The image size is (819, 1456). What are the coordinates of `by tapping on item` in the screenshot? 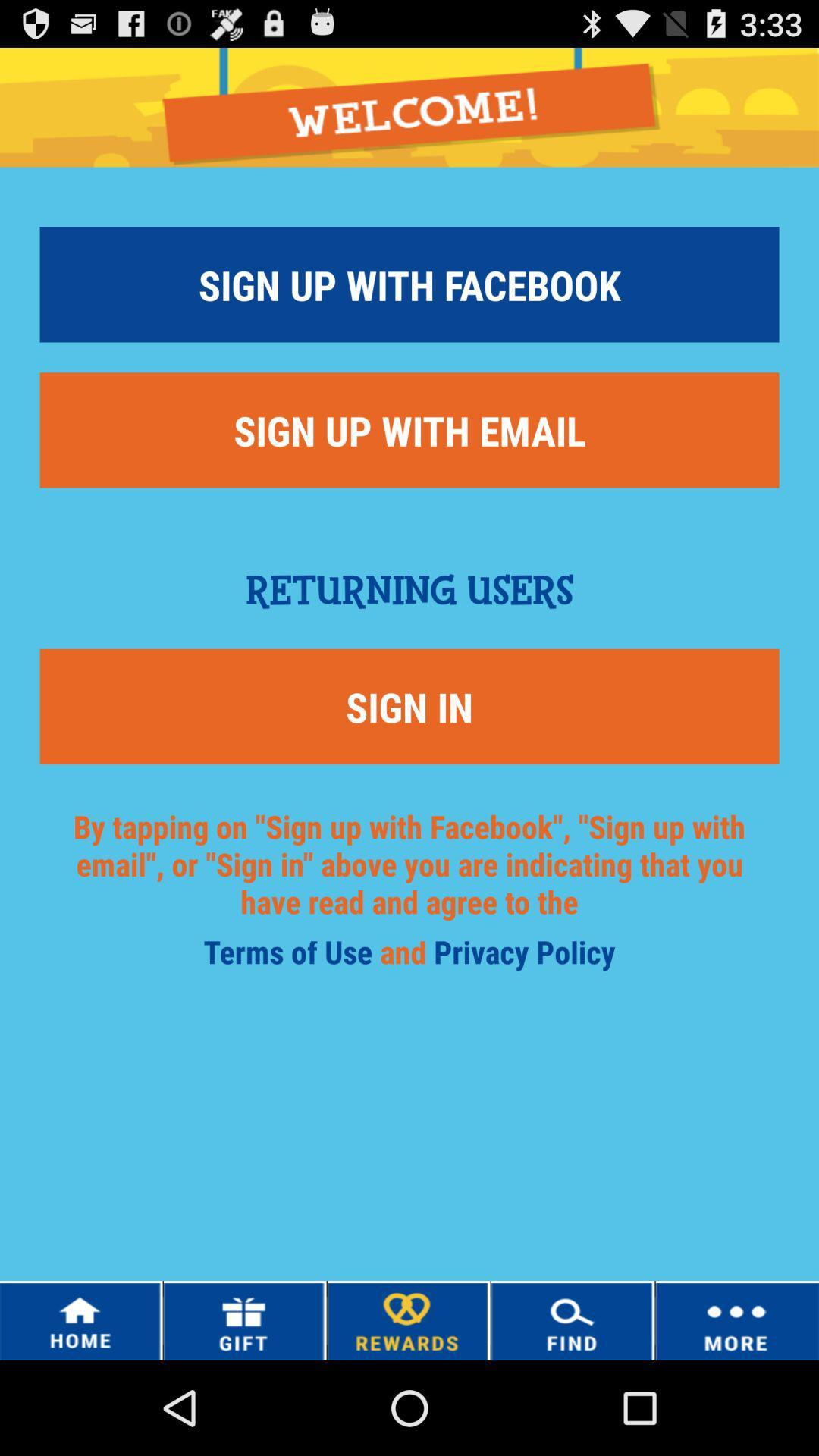 It's located at (409, 882).